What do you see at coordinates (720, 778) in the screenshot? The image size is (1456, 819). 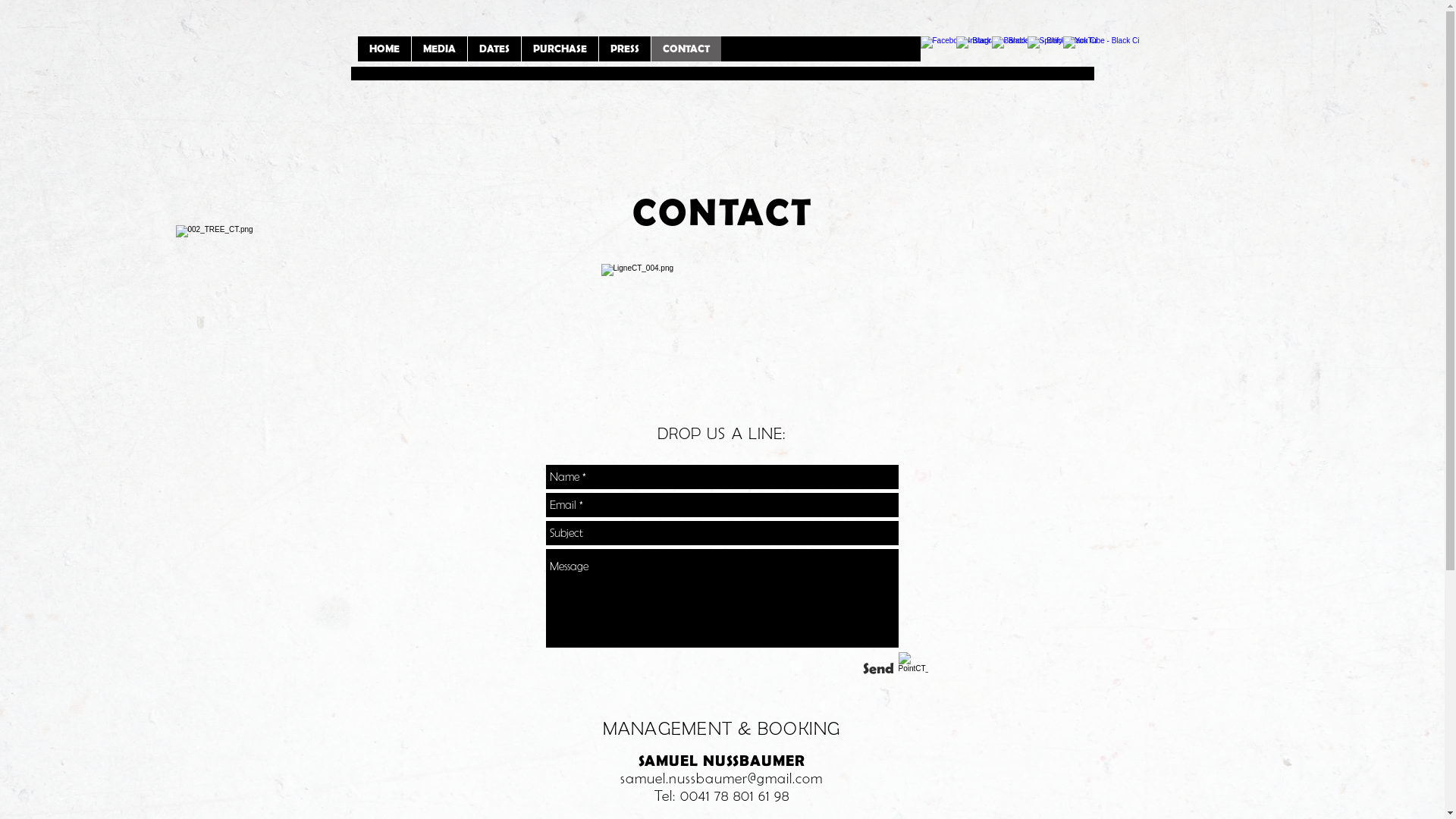 I see `'samuel.nussbaumer@gmail.com'` at bounding box center [720, 778].